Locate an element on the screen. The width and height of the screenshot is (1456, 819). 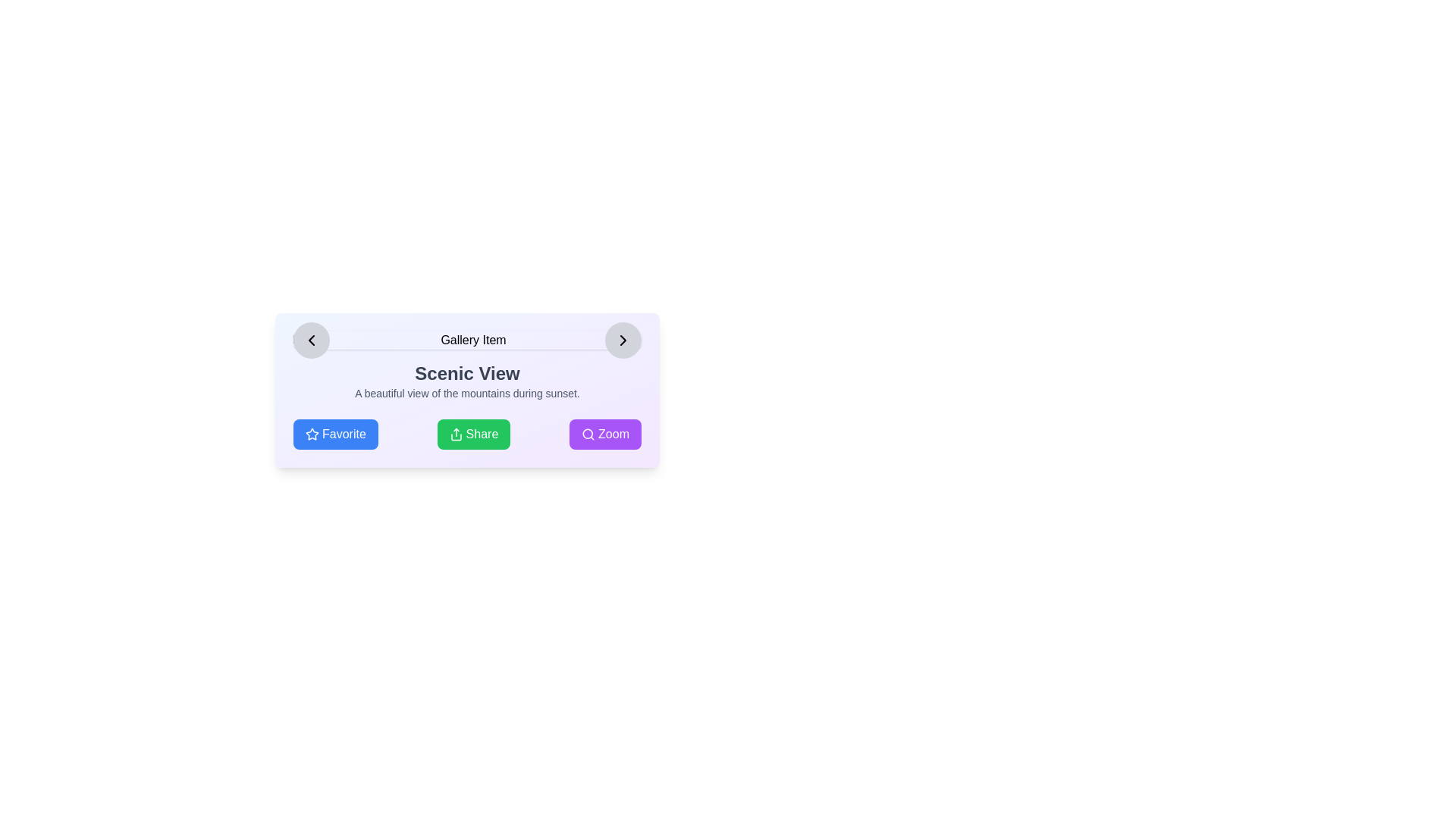
text displayed in the large, bold, dark gray font labeled 'Scenic View', which is positioned centrally above the descriptive text about the mountains is located at coordinates (466, 374).